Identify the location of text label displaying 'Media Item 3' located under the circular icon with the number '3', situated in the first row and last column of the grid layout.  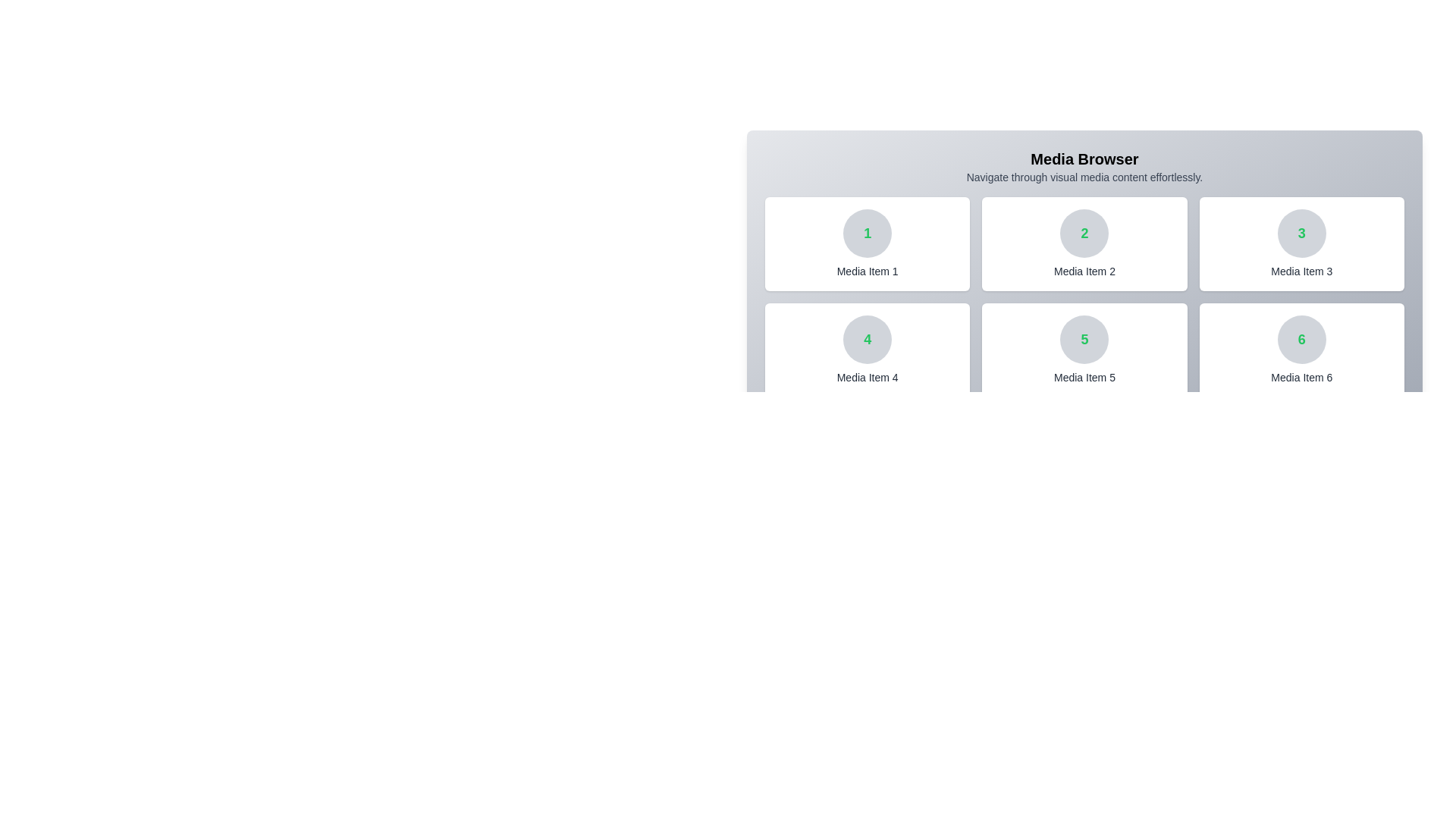
(1301, 271).